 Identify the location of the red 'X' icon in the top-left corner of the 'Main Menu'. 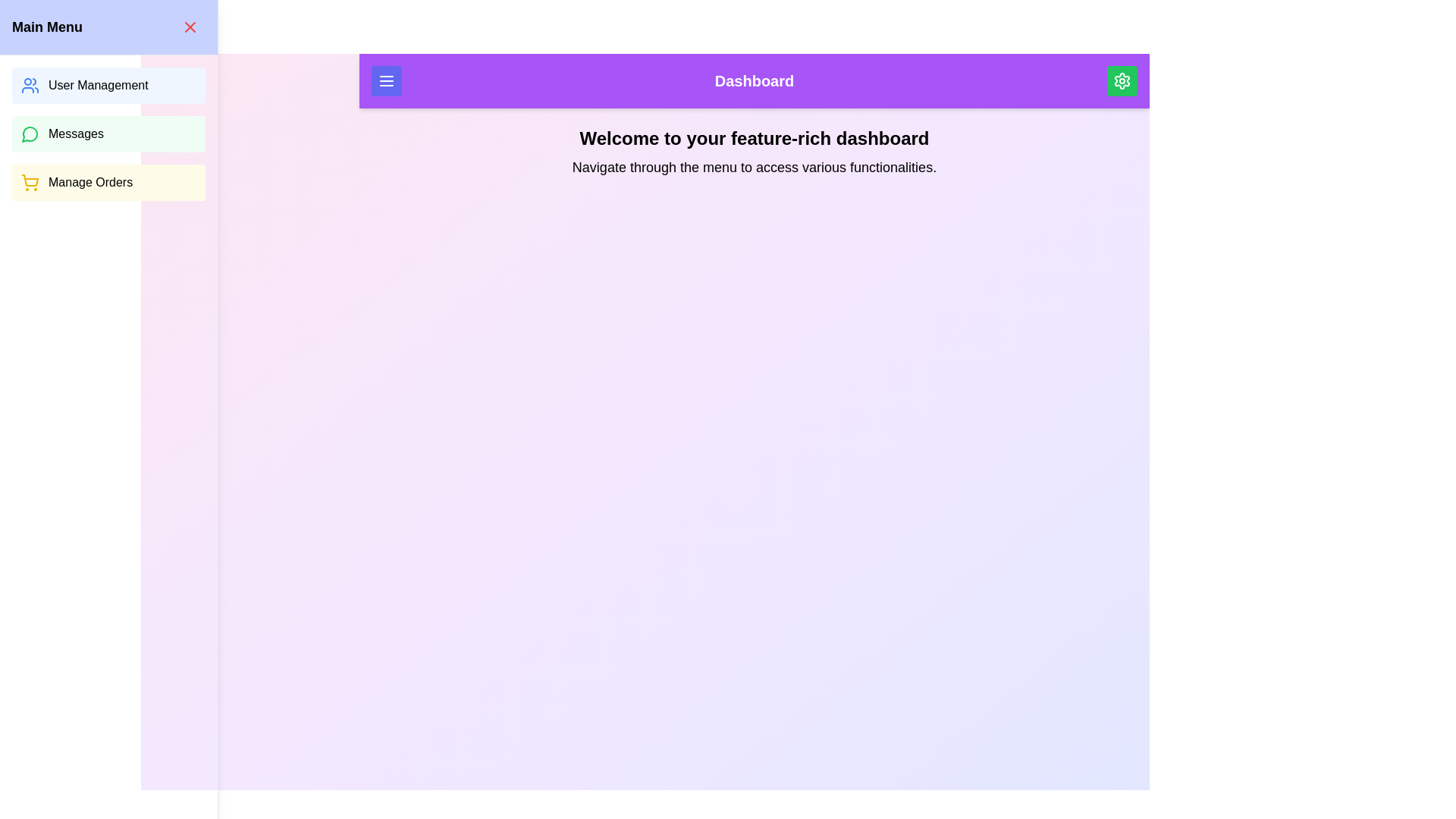
(189, 27).